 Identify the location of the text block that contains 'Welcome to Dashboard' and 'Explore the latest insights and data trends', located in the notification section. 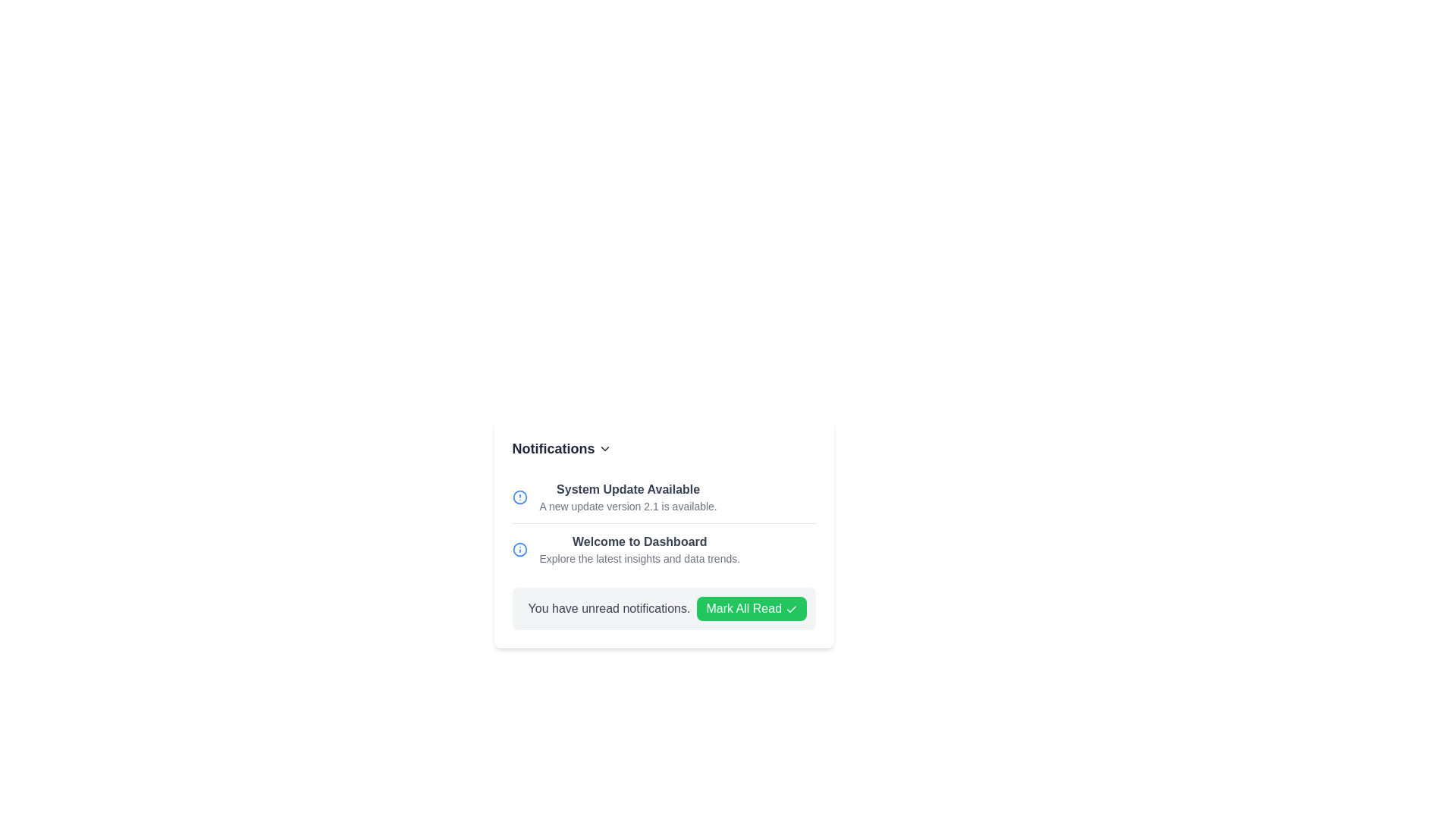
(639, 550).